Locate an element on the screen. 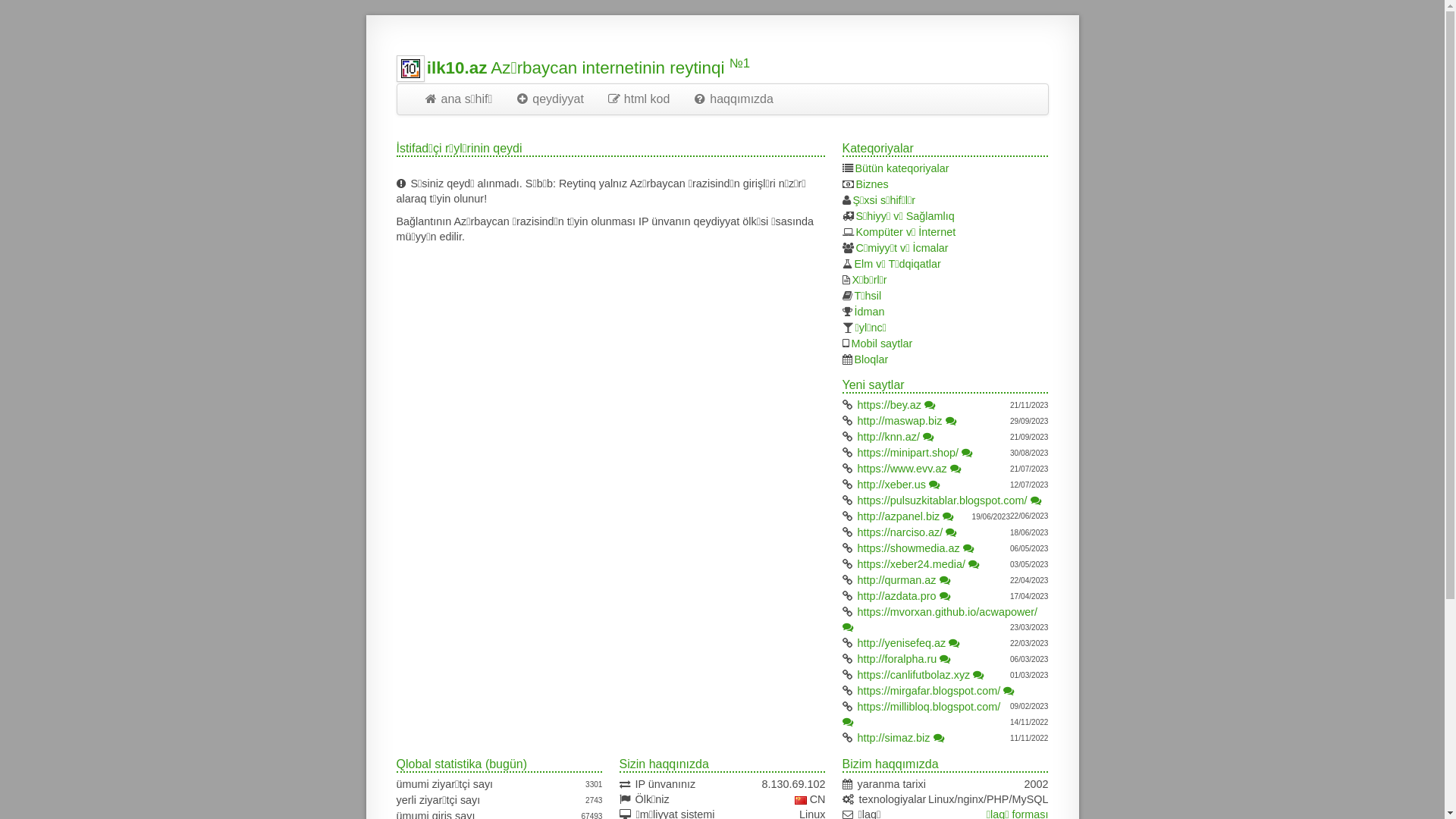 This screenshot has height=819, width=1456. 'http://azpanel.biz' is located at coordinates (899, 516).